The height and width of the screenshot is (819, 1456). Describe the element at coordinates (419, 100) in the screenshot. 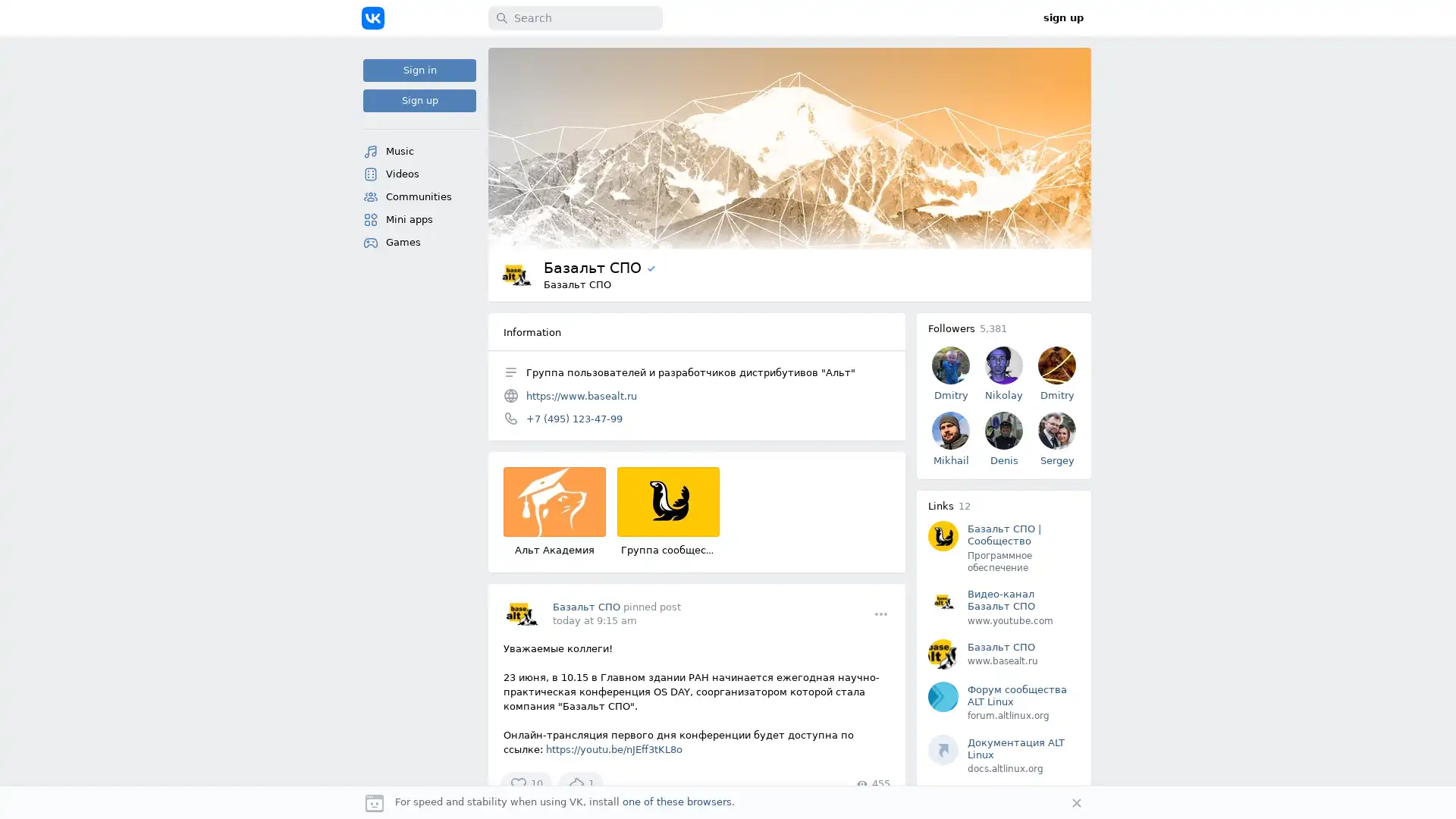

I see `Sign up` at that location.